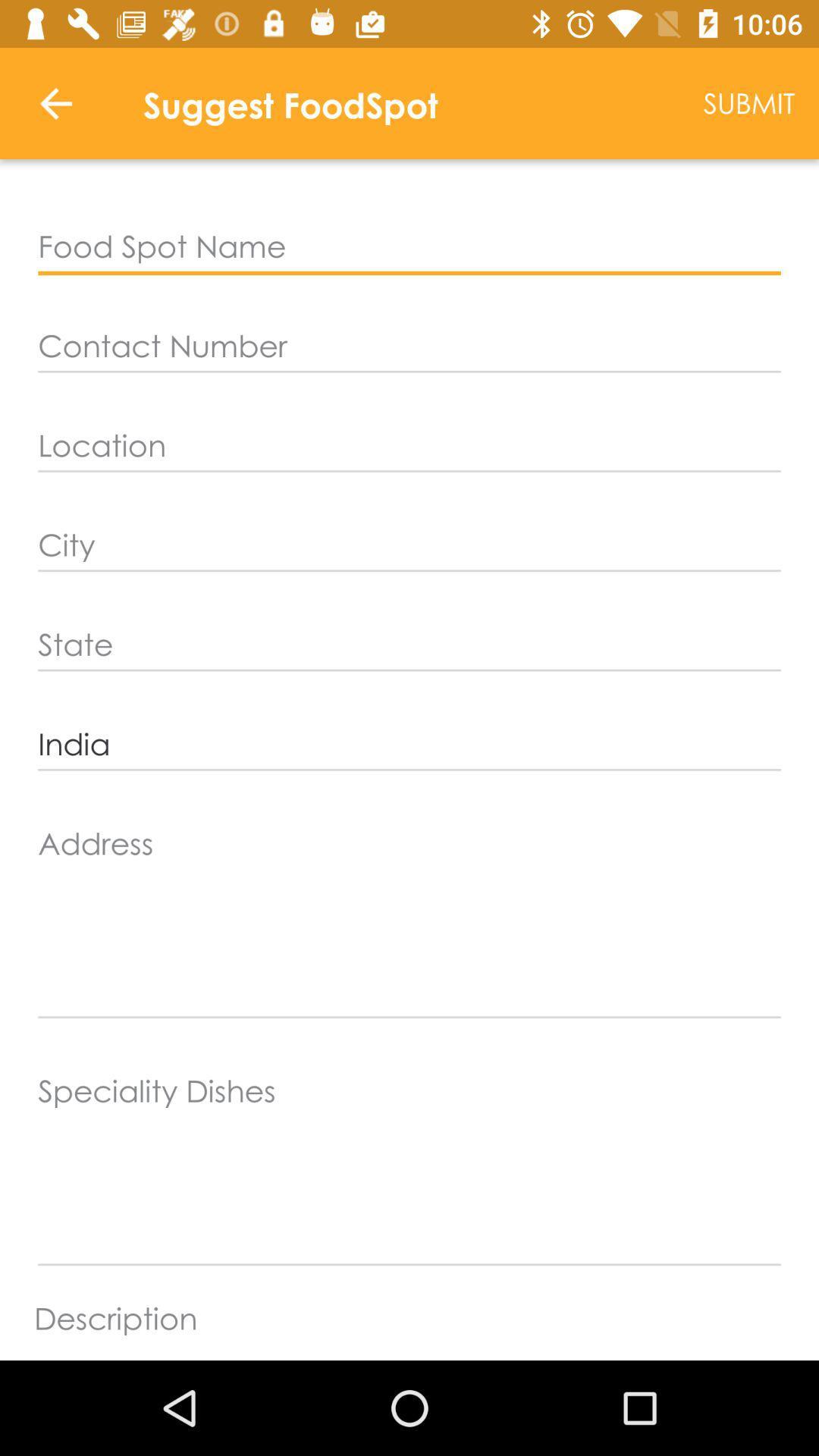  I want to click on item to the left of suggest foodspot icon, so click(55, 102).